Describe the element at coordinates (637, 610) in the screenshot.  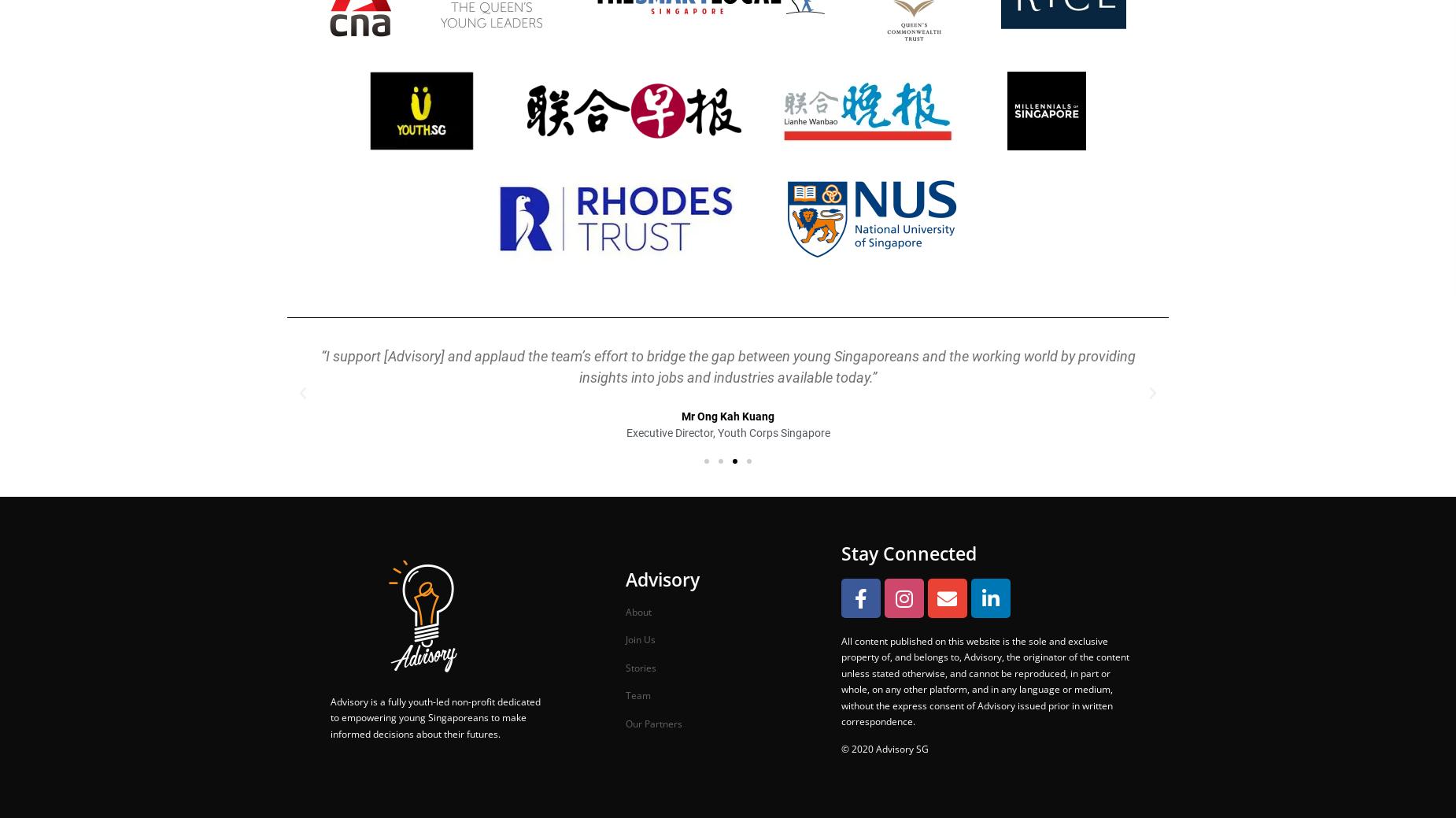
I see `'About'` at that location.